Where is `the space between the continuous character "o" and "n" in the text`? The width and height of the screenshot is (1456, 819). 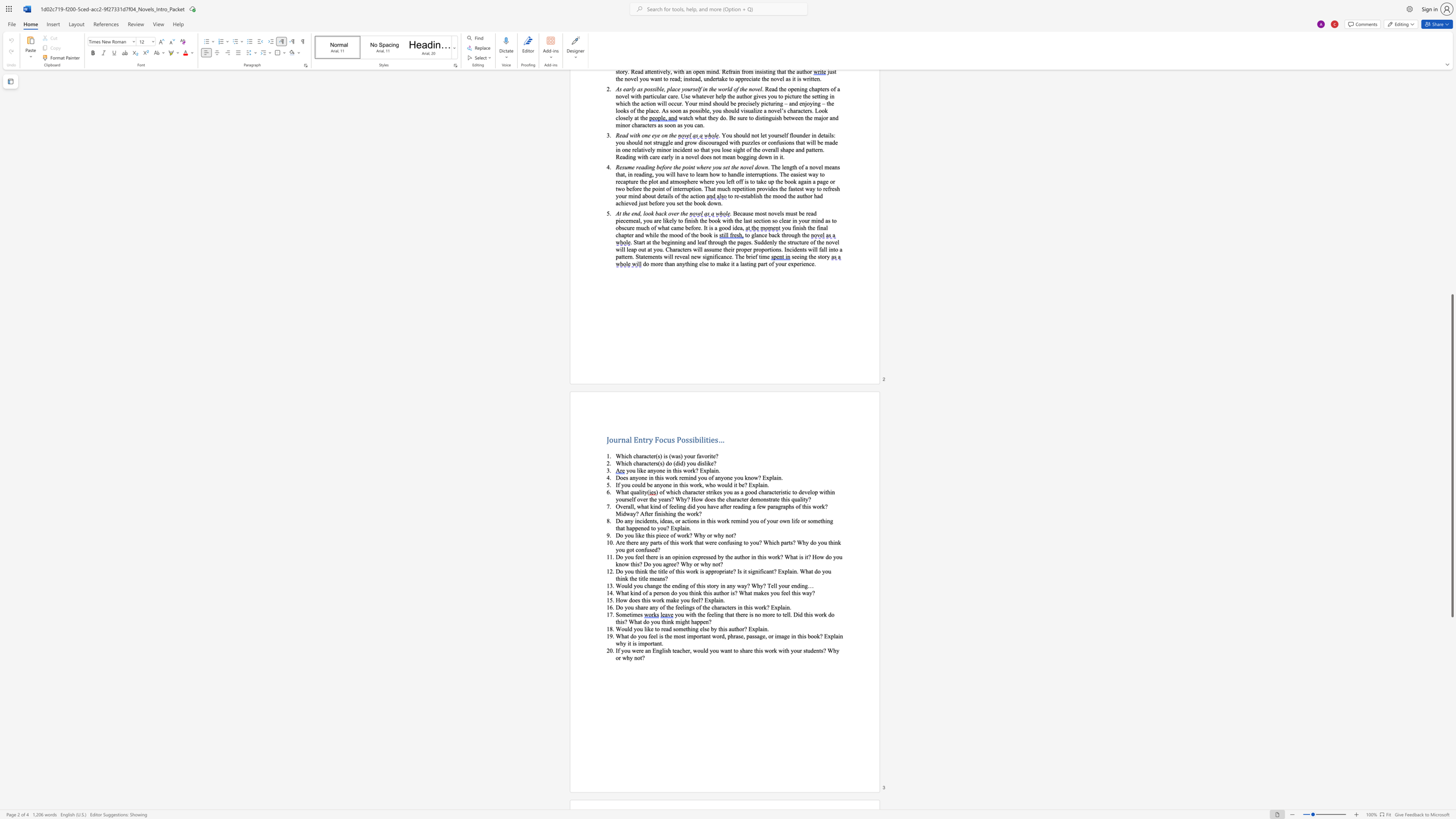 the space between the continuous character "o" and "n" in the text is located at coordinates (762, 499).